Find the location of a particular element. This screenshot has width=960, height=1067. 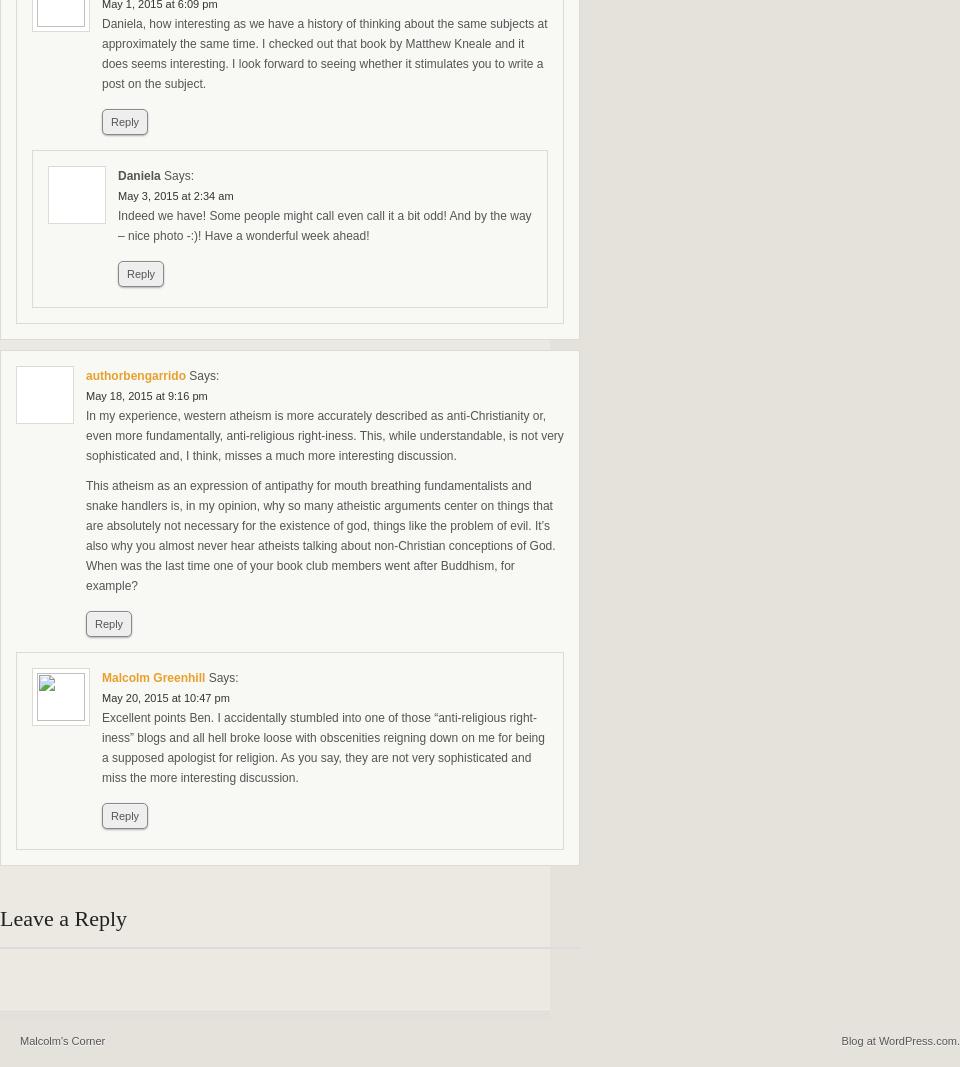

'Indeed we have! Some people might call even call it a bit odd! And by the way – nice photo -:)! Have a wonderful week ahead!' is located at coordinates (324, 225).